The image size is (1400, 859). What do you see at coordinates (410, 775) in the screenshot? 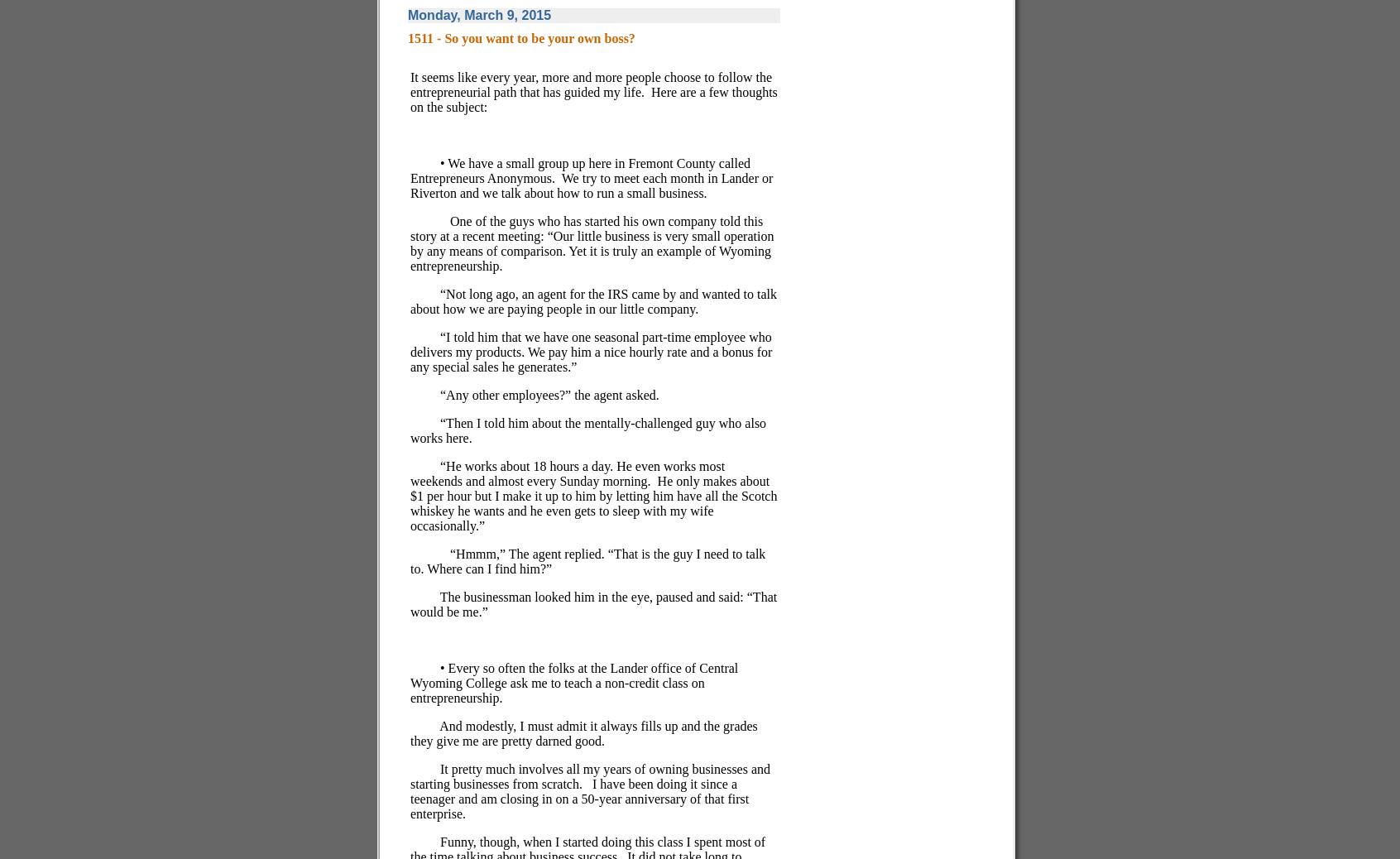
I see `'It pretty much
involves all my years of owning businesses and starting businesses from
scratch.'` at bounding box center [410, 775].